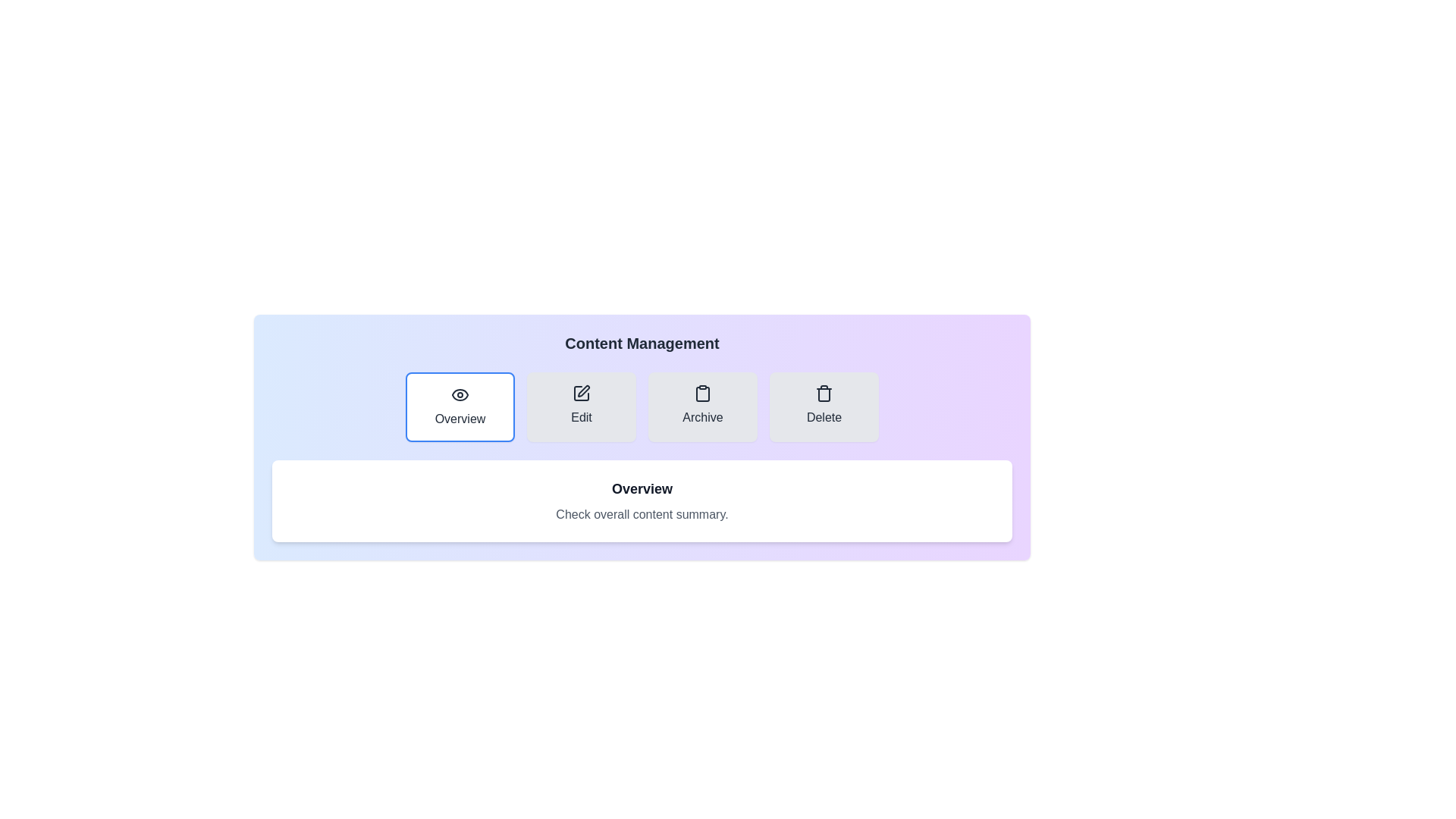 This screenshot has height=819, width=1456. Describe the element at coordinates (581, 406) in the screenshot. I see `the Edit tab to view its content` at that location.